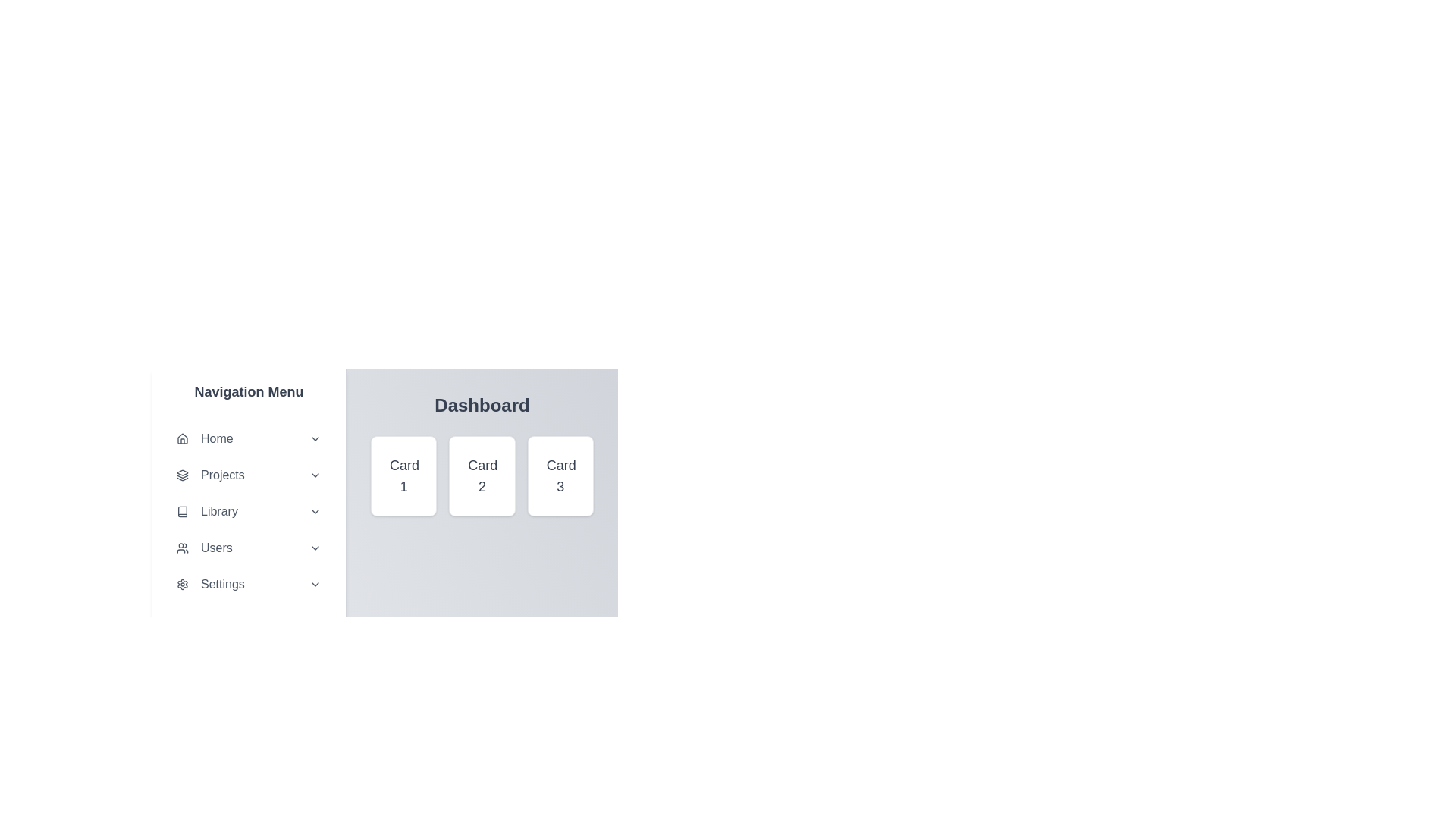 The width and height of the screenshot is (1456, 819). Describe the element at coordinates (182, 548) in the screenshot. I see `the SVG icon element that represents the 'Users' navigation item in the left-side vertical menu` at that location.